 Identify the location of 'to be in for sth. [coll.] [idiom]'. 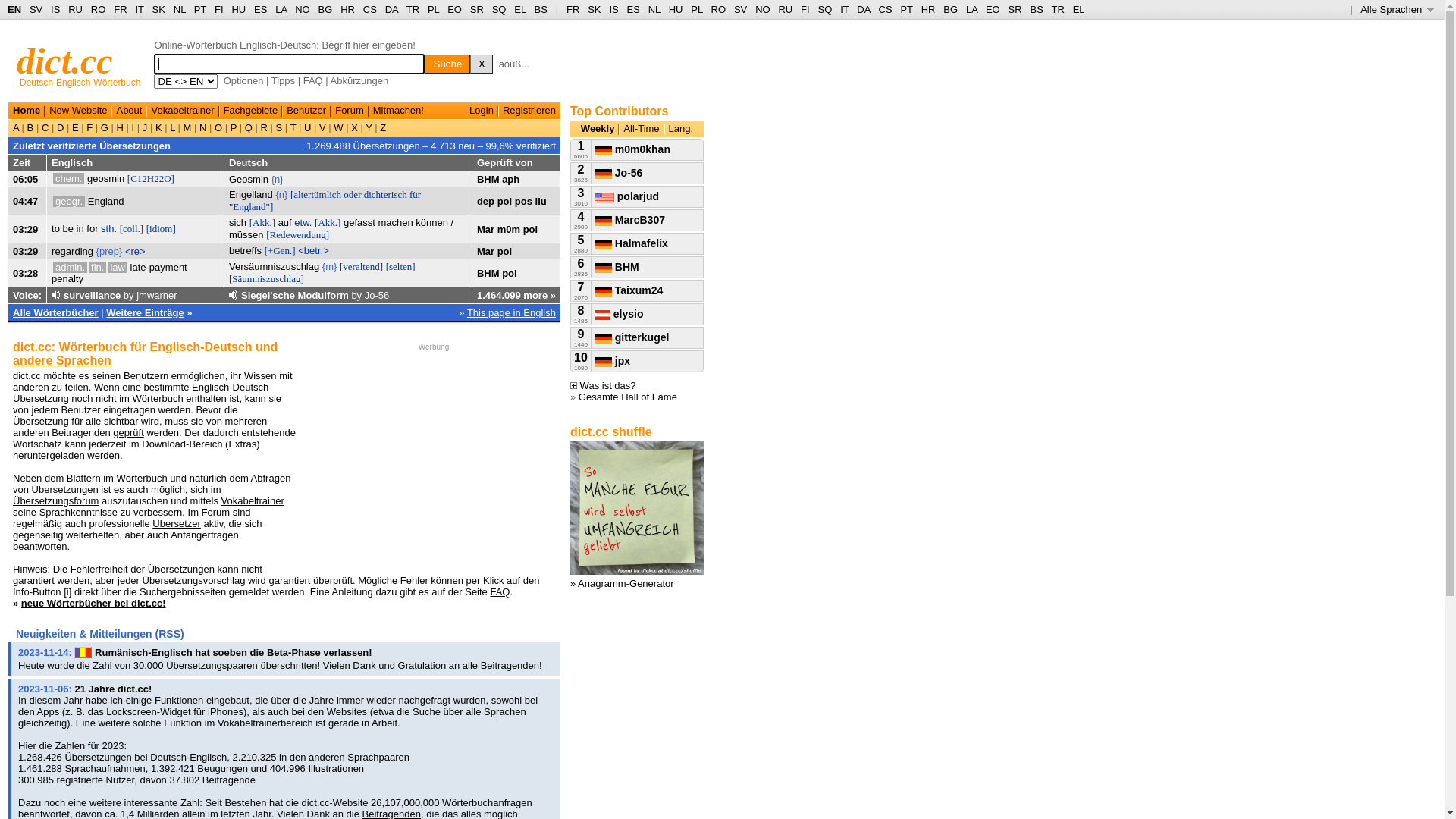
(112, 228).